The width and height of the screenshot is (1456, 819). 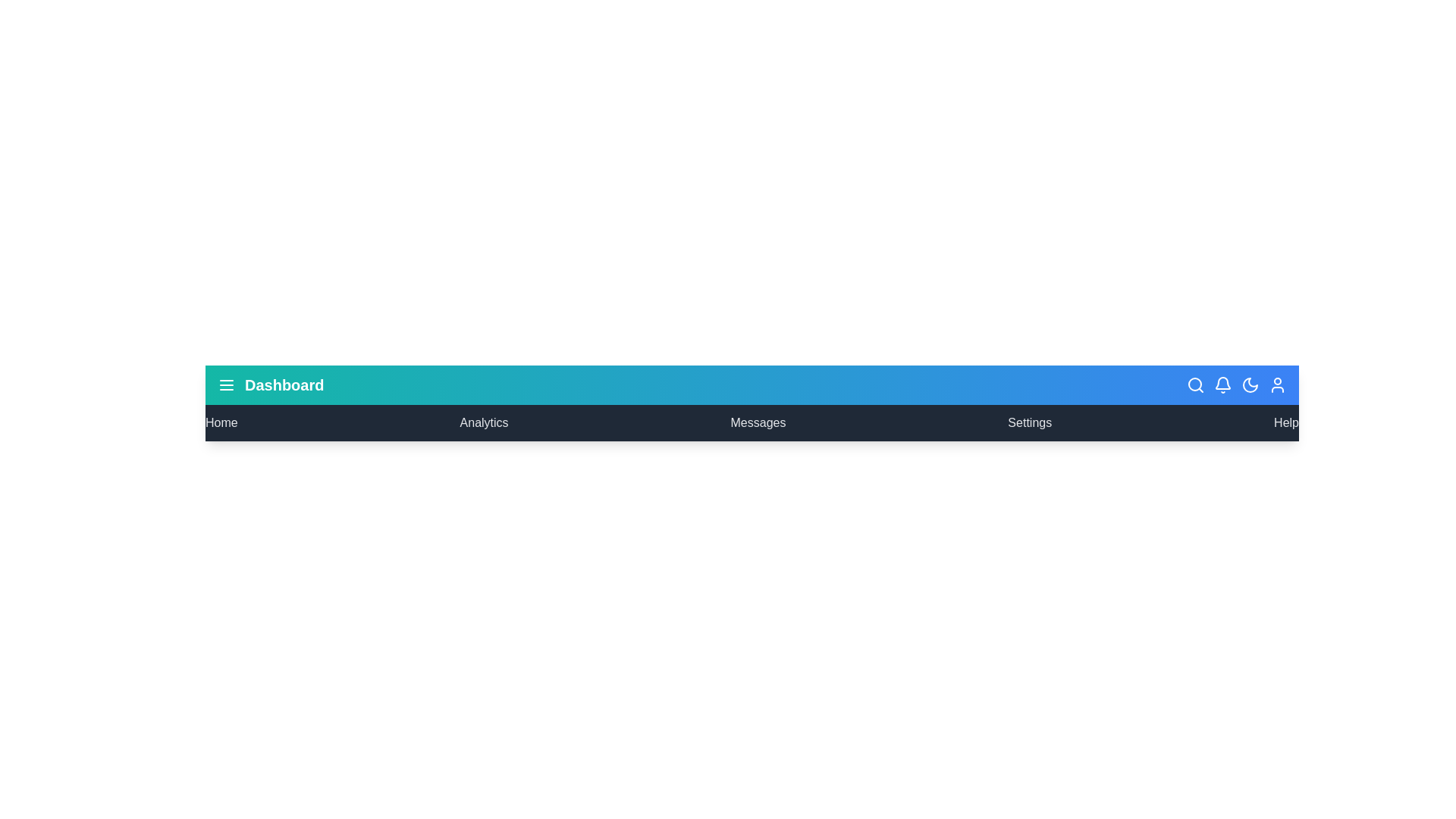 What do you see at coordinates (1195, 384) in the screenshot?
I see `search icon to activate the search functionality` at bounding box center [1195, 384].